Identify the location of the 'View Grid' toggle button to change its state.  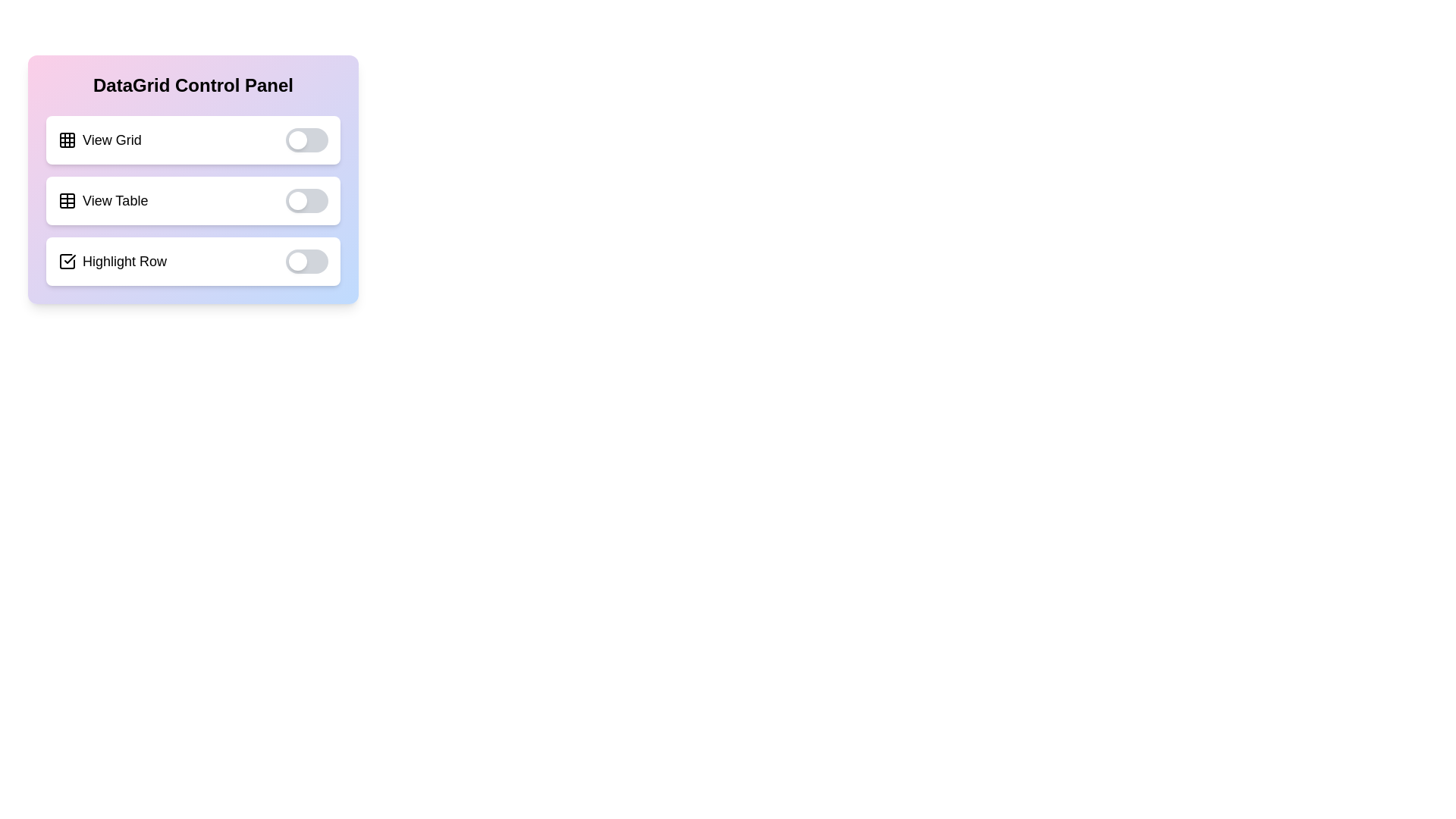
(306, 140).